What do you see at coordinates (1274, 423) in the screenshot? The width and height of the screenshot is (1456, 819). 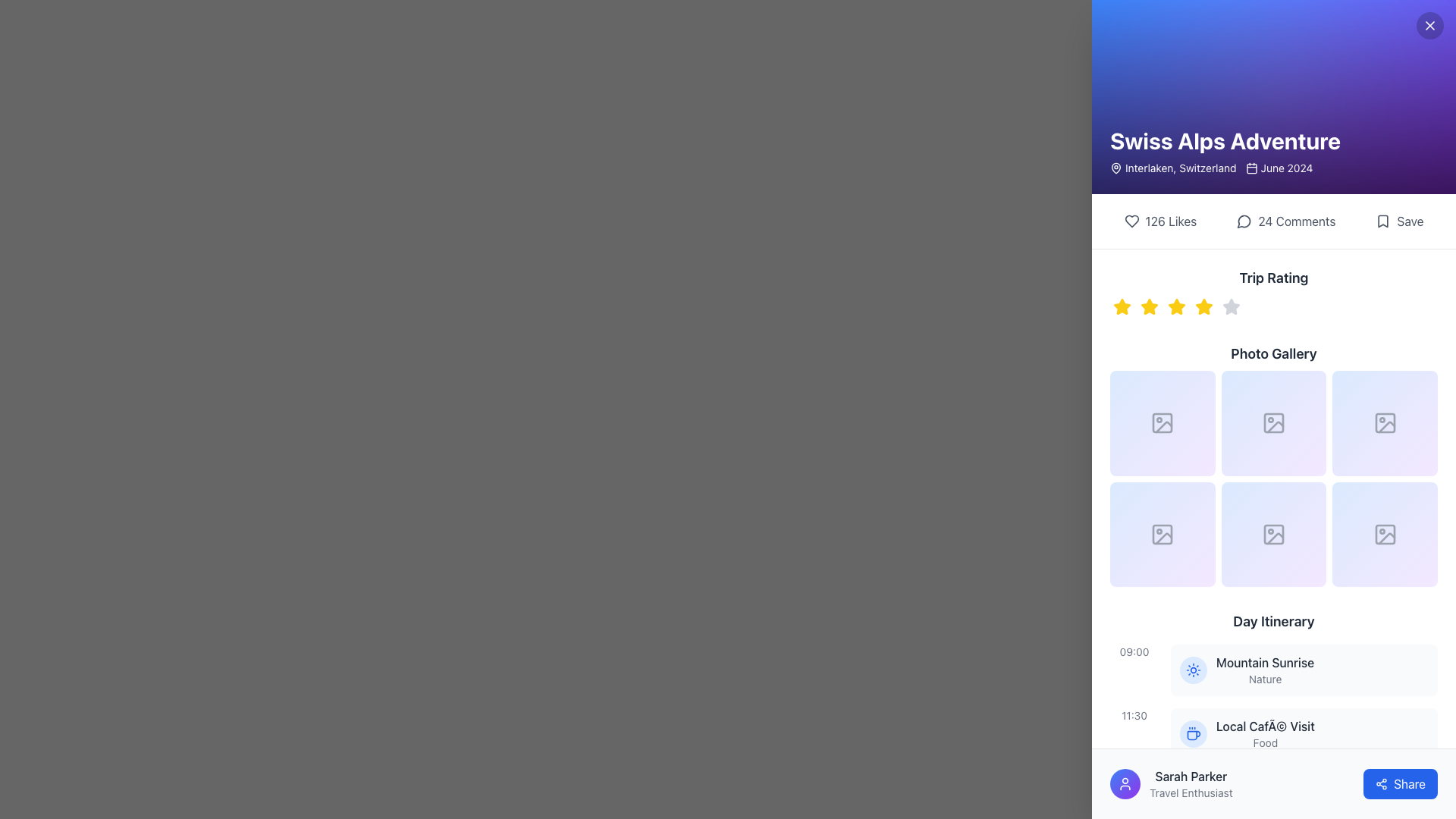 I see `the square image placeholder icon with a gradient background and a gray generic image symbol, located as the second item in the first row of the gallery grid` at bounding box center [1274, 423].